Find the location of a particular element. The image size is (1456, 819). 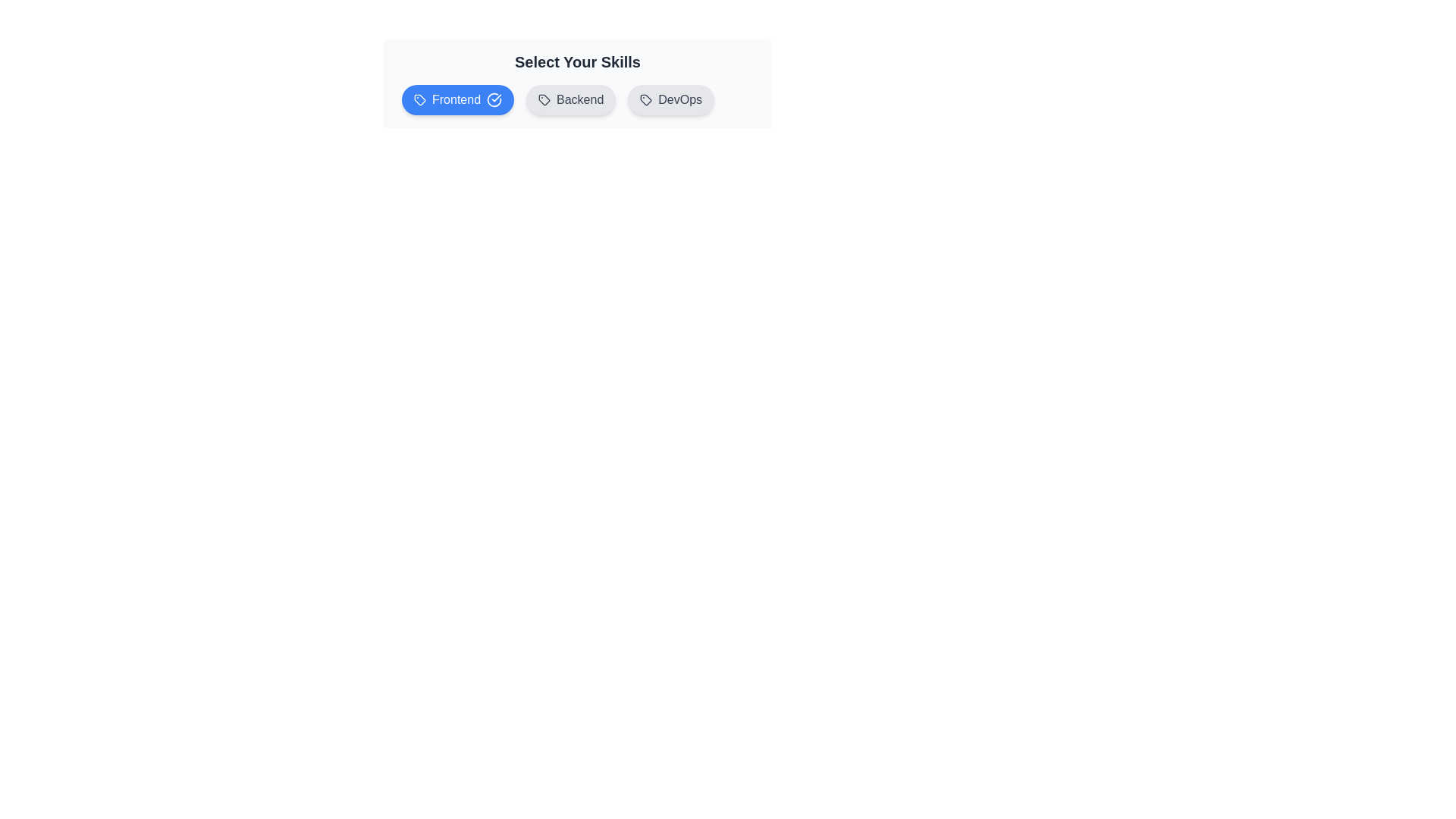

the skill tag Frontend to toggle its selection state is located at coordinates (457, 99).